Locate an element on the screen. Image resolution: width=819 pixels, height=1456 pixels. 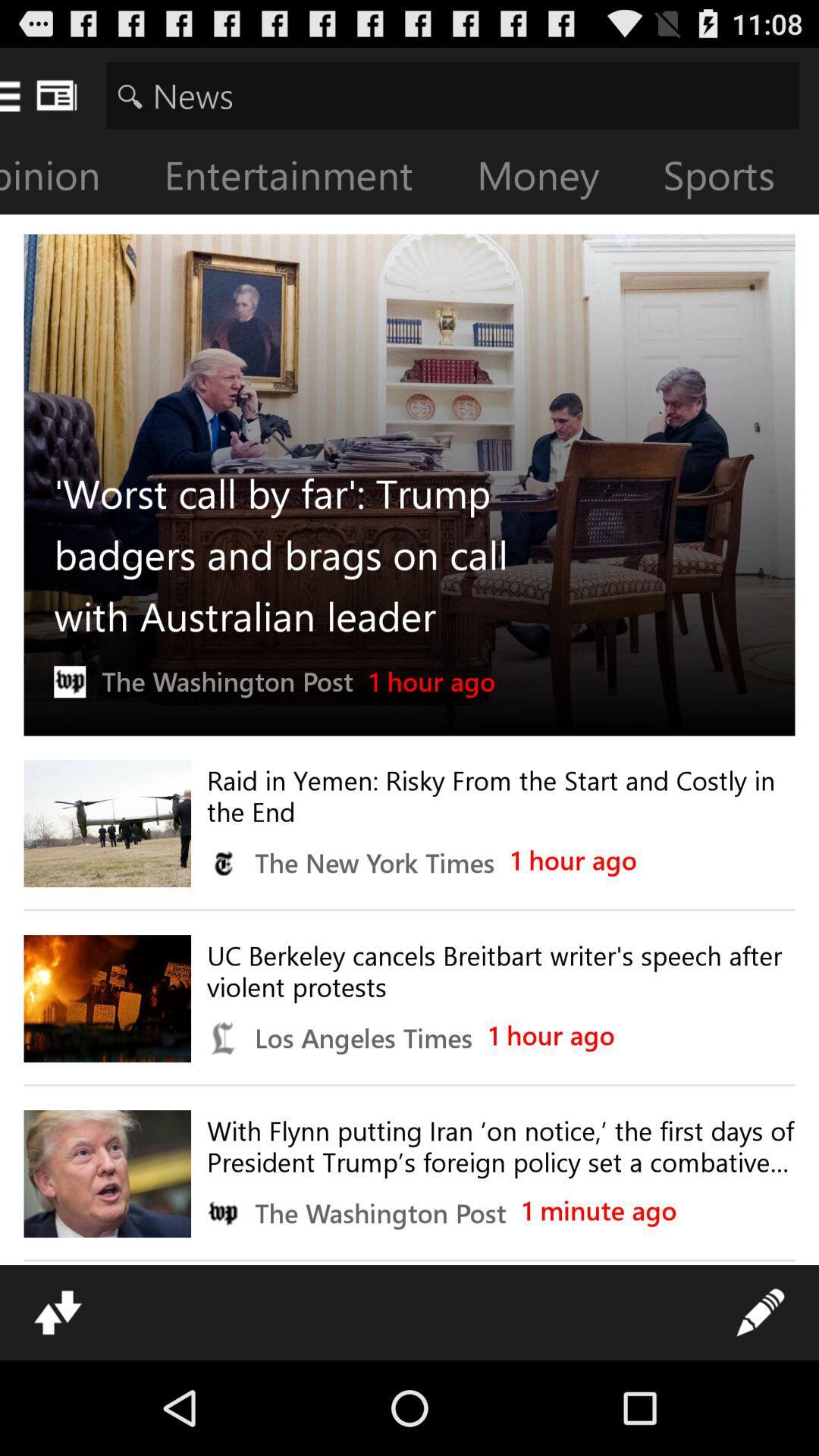
the item next to money icon is located at coordinates (730, 178).